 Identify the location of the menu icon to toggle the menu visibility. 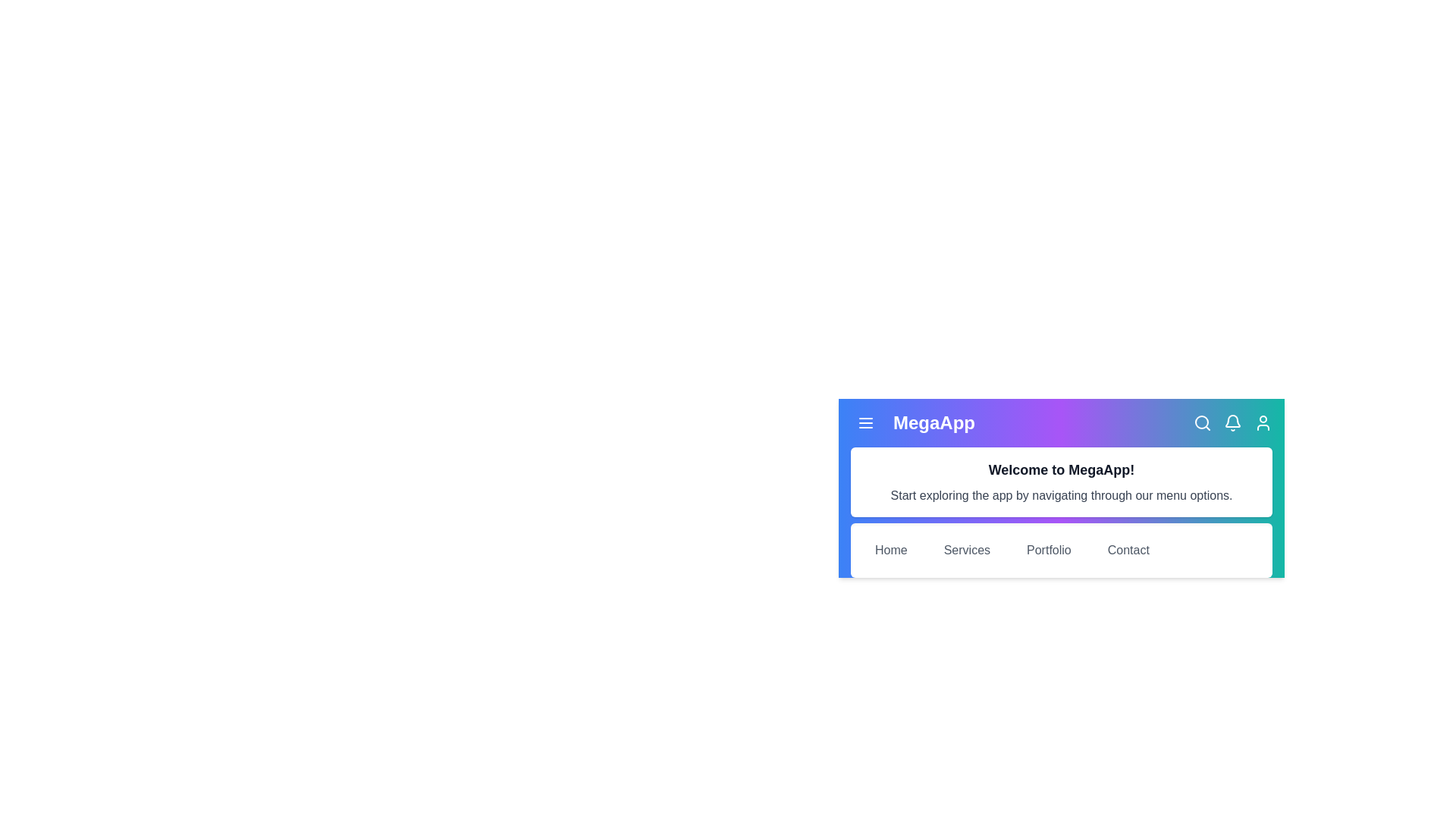
(866, 423).